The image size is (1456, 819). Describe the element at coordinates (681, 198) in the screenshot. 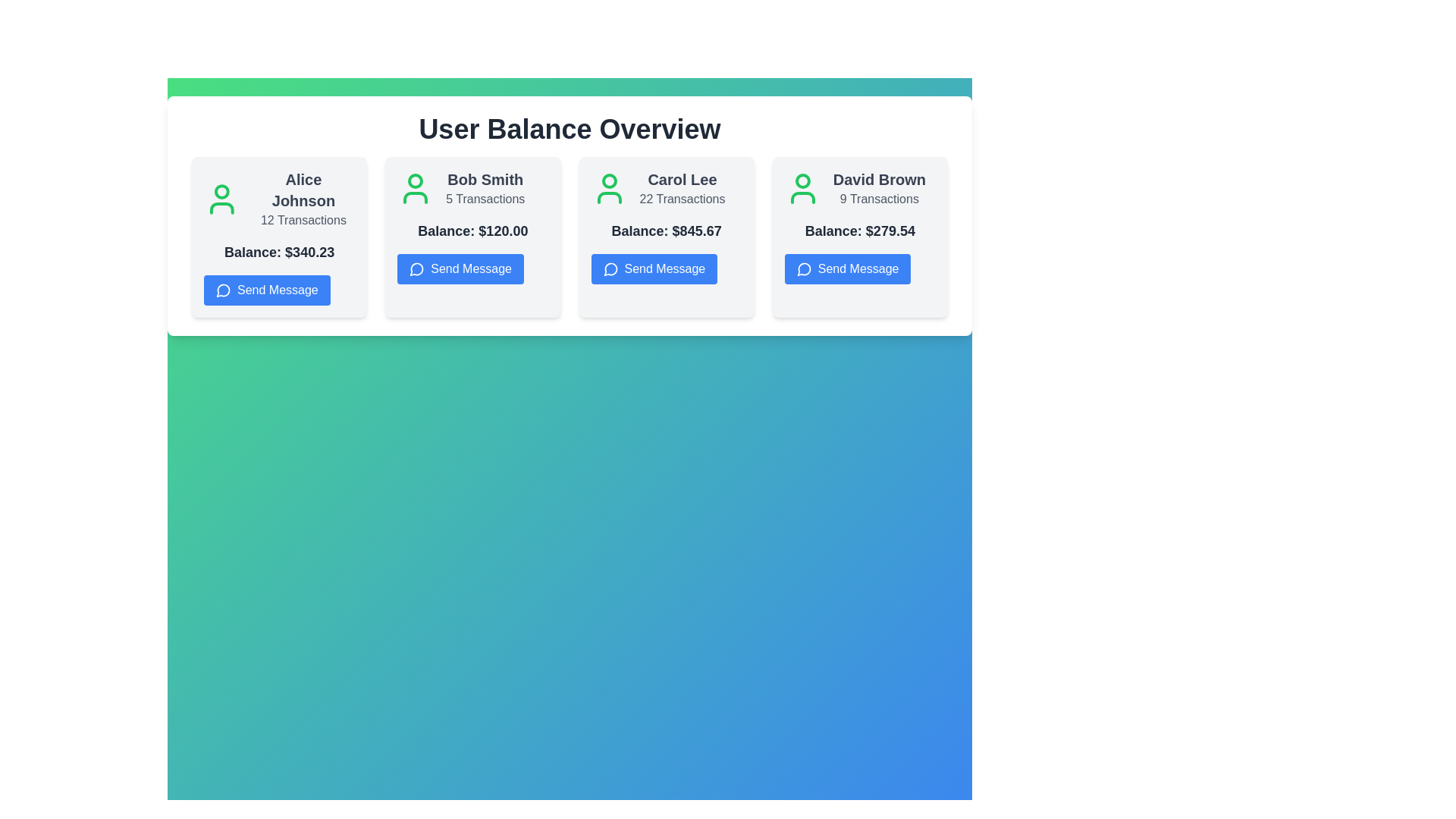

I see `the text label '22 Transactions' located in the third user card from the left, positioned beneath 'Carol Lee' and above the balance amount of '$845.67'` at that location.